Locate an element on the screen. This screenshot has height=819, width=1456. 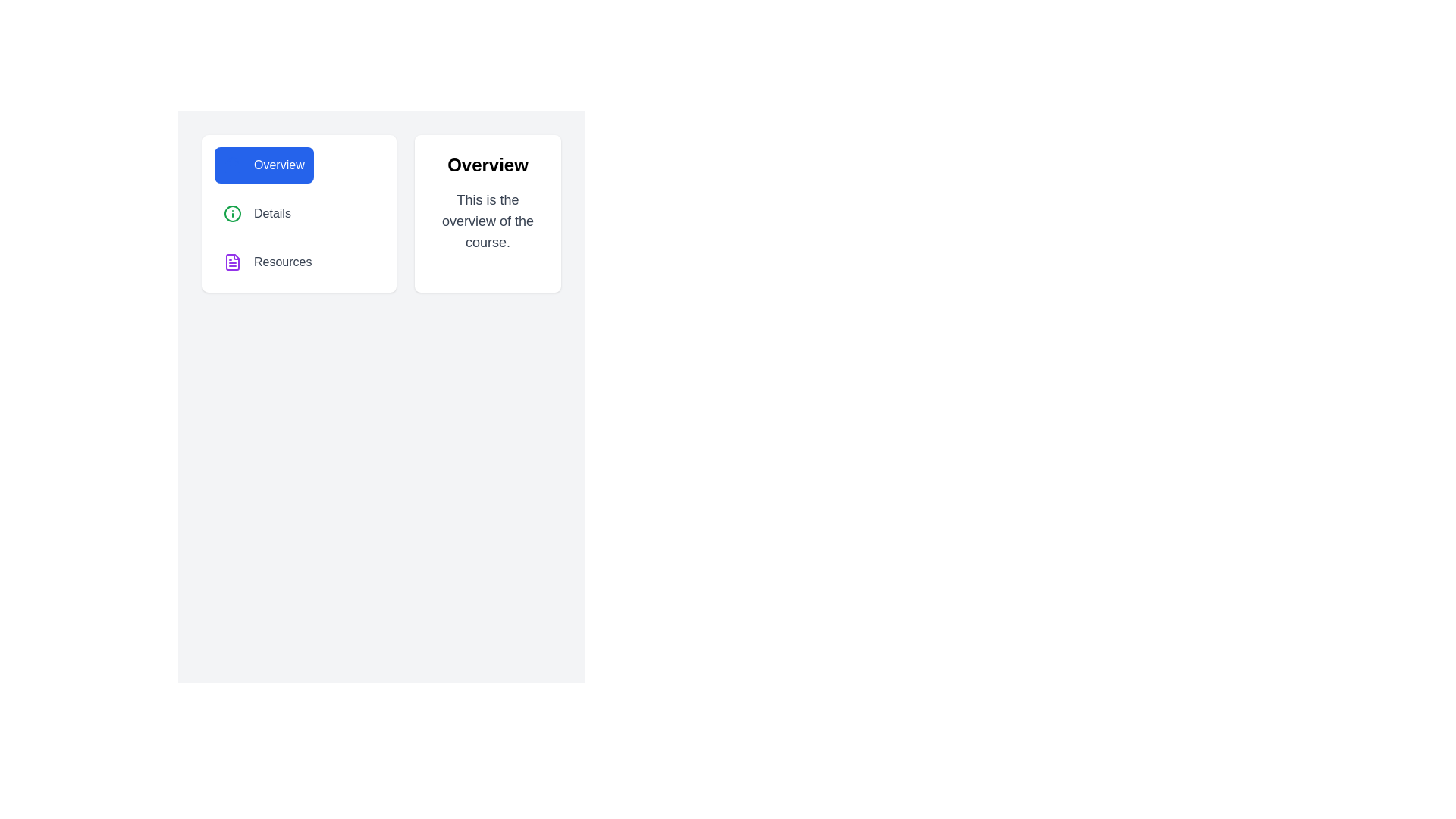
the 'Resources' button, which is a clickable element with a purple document icon and a light gray background, located in the vertical list on the left pane, beneath the 'Details' option is located at coordinates (268, 262).